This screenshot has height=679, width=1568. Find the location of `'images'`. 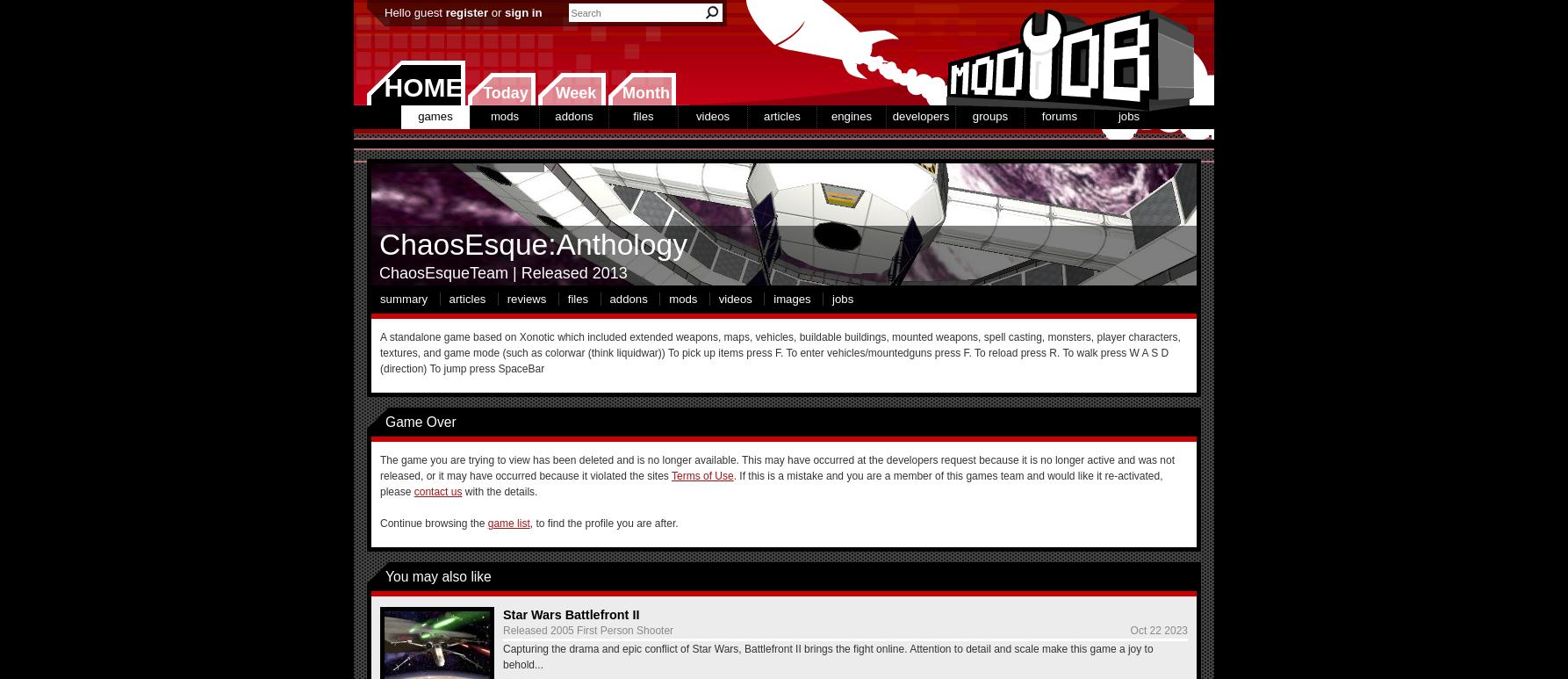

'images' is located at coordinates (791, 297).